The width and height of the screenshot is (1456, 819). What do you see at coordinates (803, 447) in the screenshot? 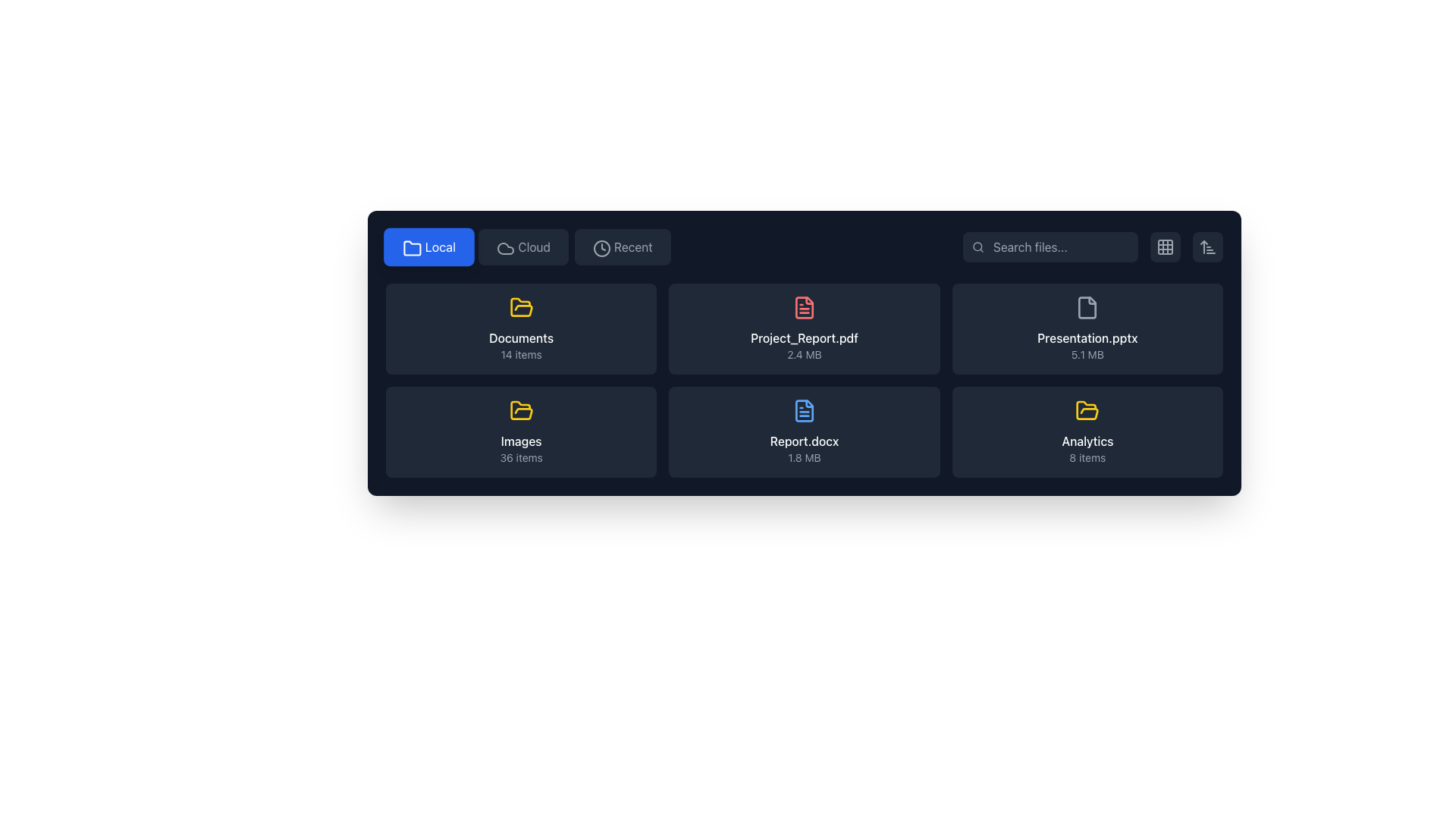
I see `the Text label that provides information about the file, located directly below the document icon in the middle row, second column of a six-element grid` at bounding box center [803, 447].